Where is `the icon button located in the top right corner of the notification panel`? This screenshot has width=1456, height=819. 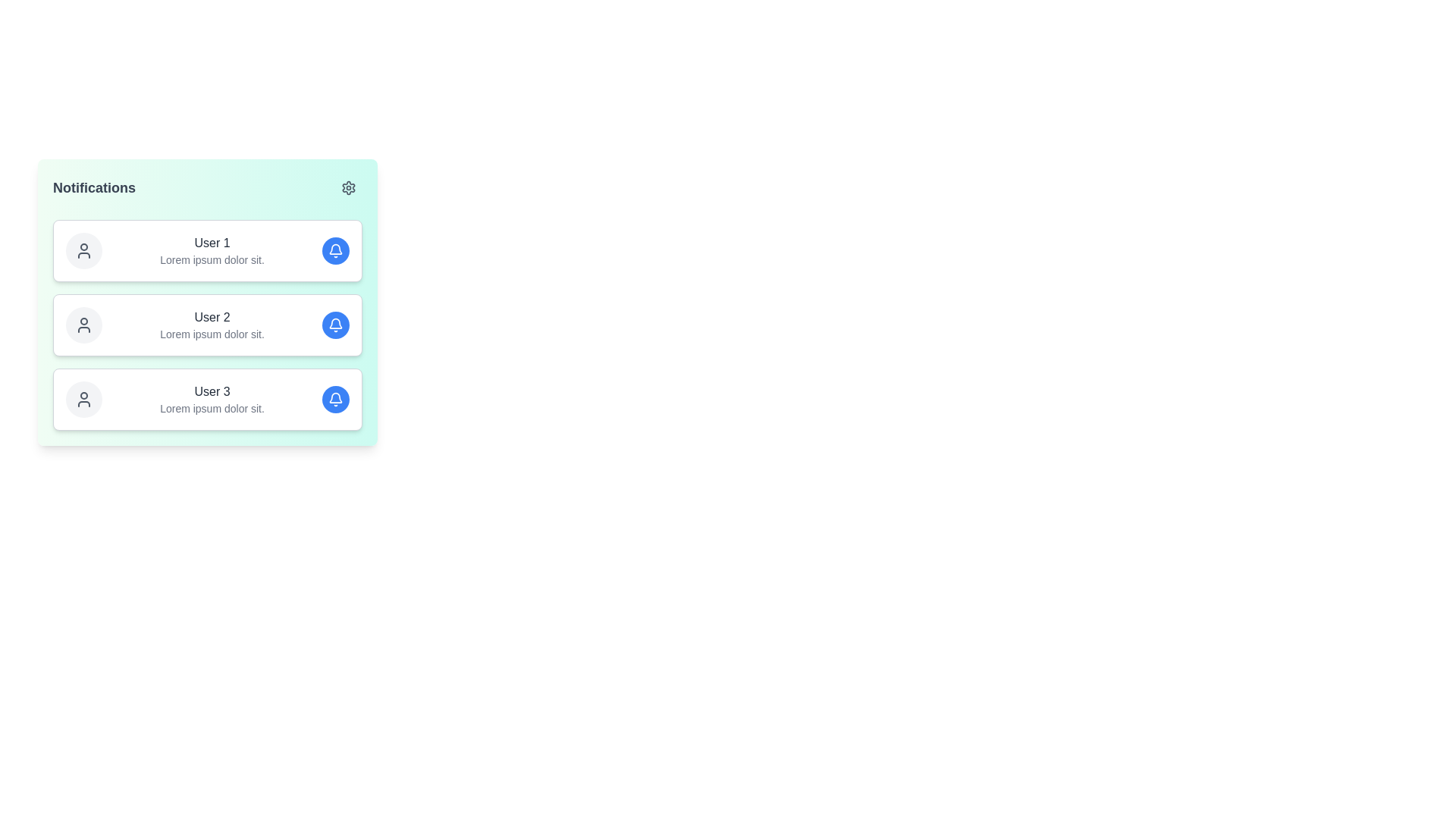 the icon button located in the top right corner of the notification panel is located at coordinates (348, 187).